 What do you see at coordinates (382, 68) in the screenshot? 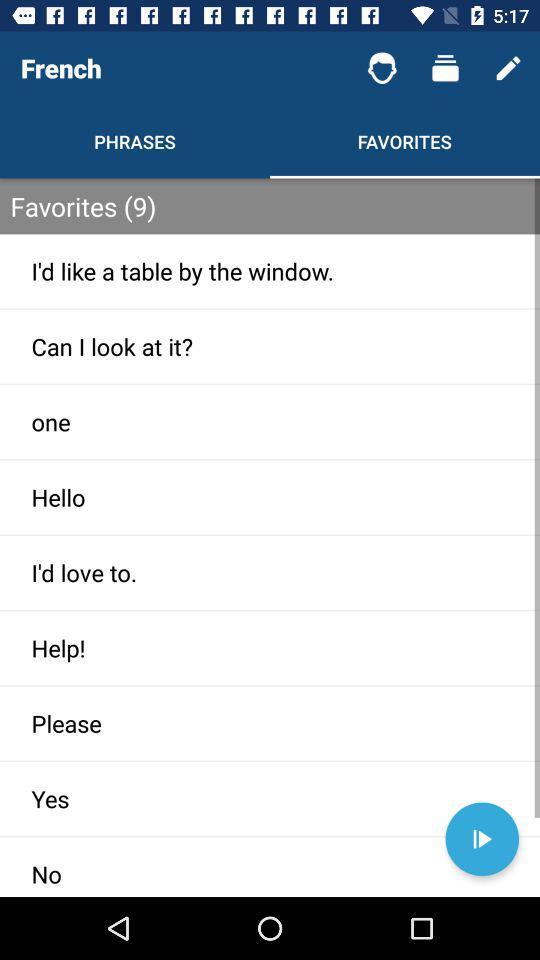
I see `icon next to the french` at bounding box center [382, 68].